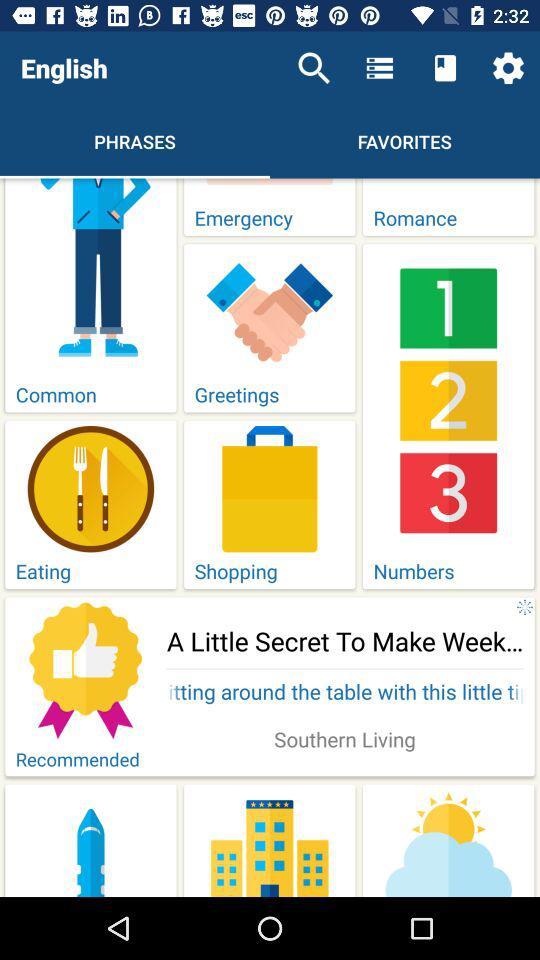 Image resolution: width=540 pixels, height=960 pixels. Describe the element at coordinates (314, 68) in the screenshot. I see `icon to the right of the english icon` at that location.